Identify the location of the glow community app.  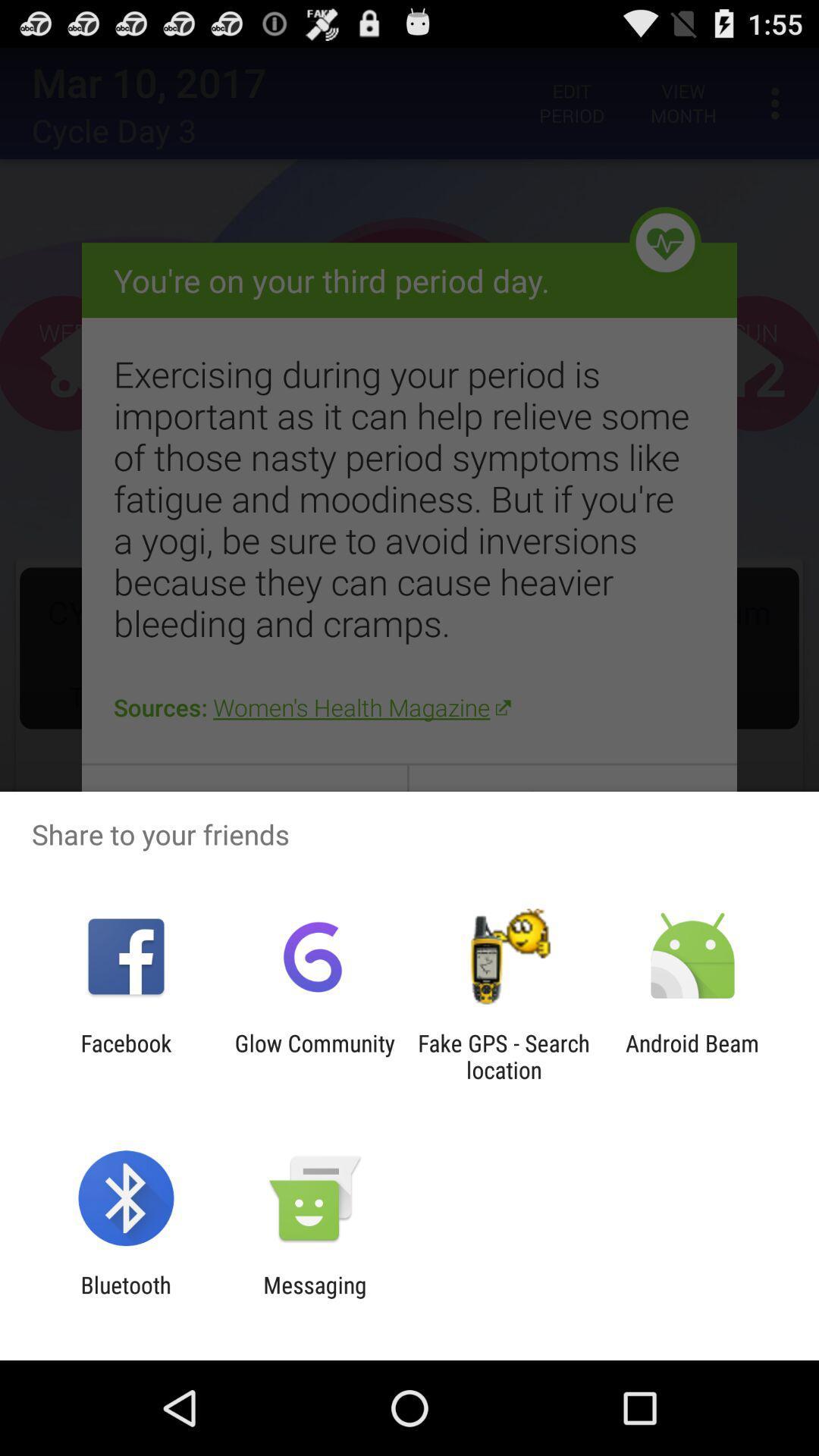
(314, 1056).